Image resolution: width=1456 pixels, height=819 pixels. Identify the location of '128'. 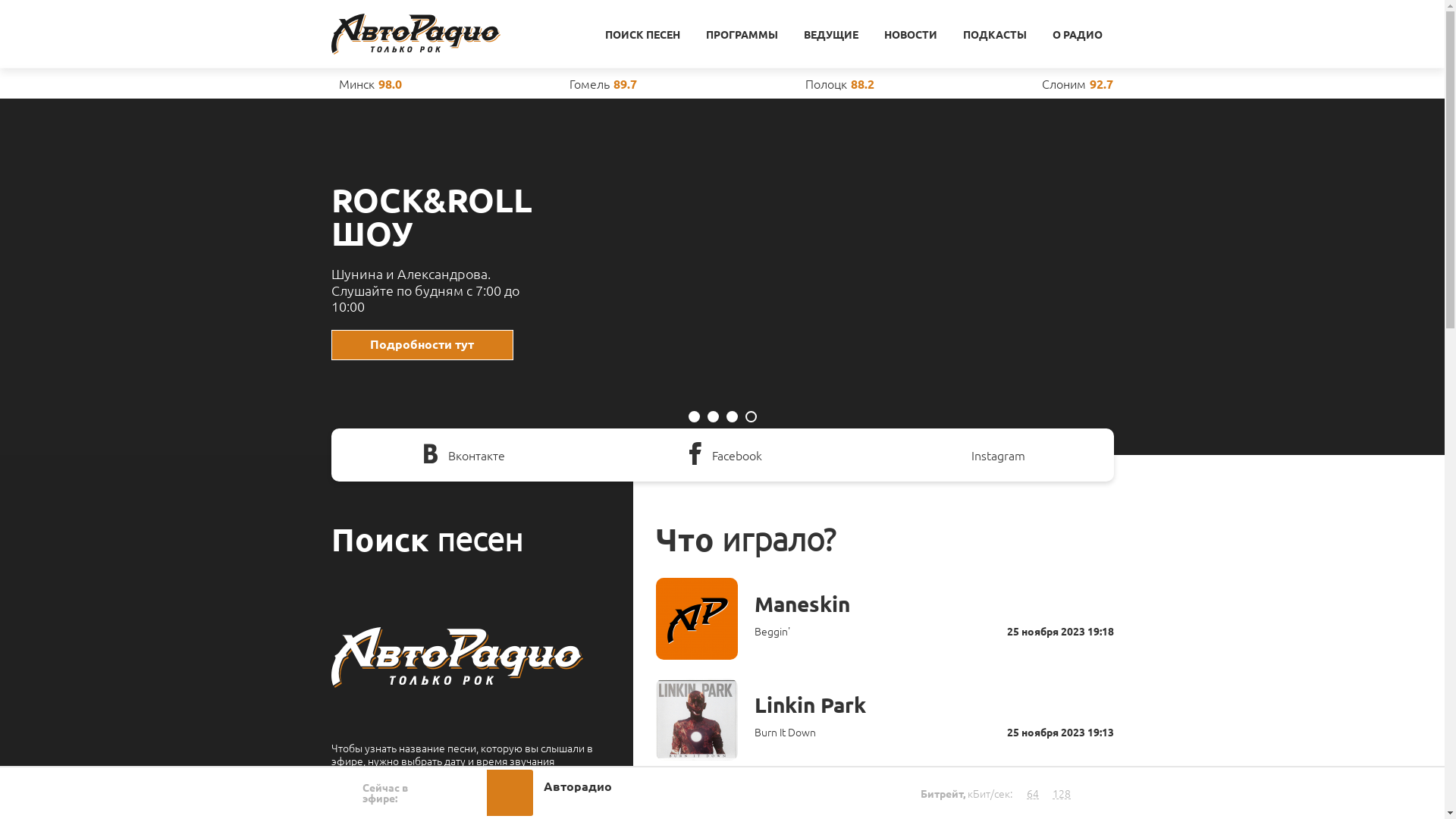
(1061, 792).